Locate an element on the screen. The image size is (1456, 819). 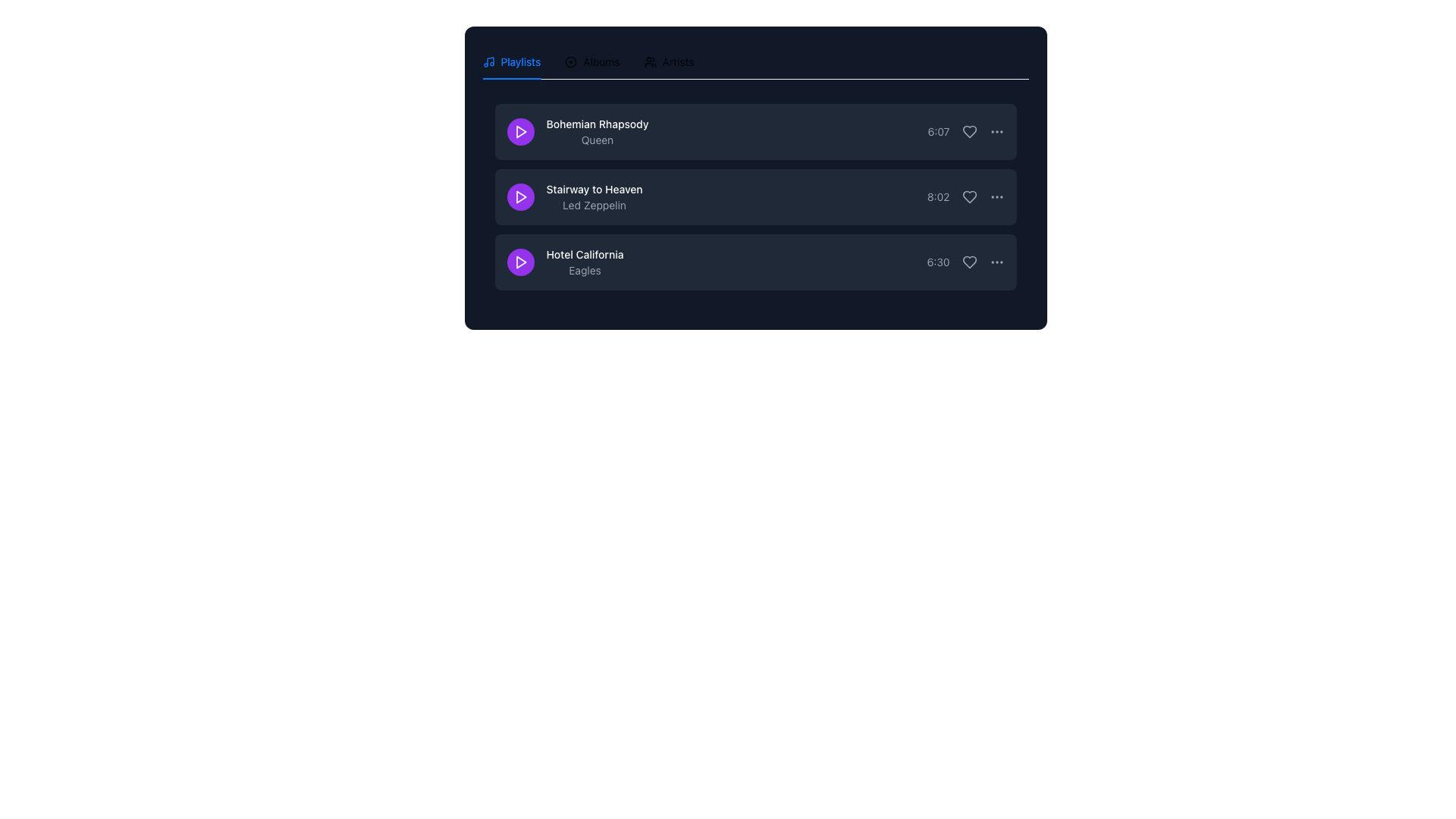
the 'Albums' tab in the navigation bar to switch the category from 'Playlists' to 'Albums' is located at coordinates (588, 61).